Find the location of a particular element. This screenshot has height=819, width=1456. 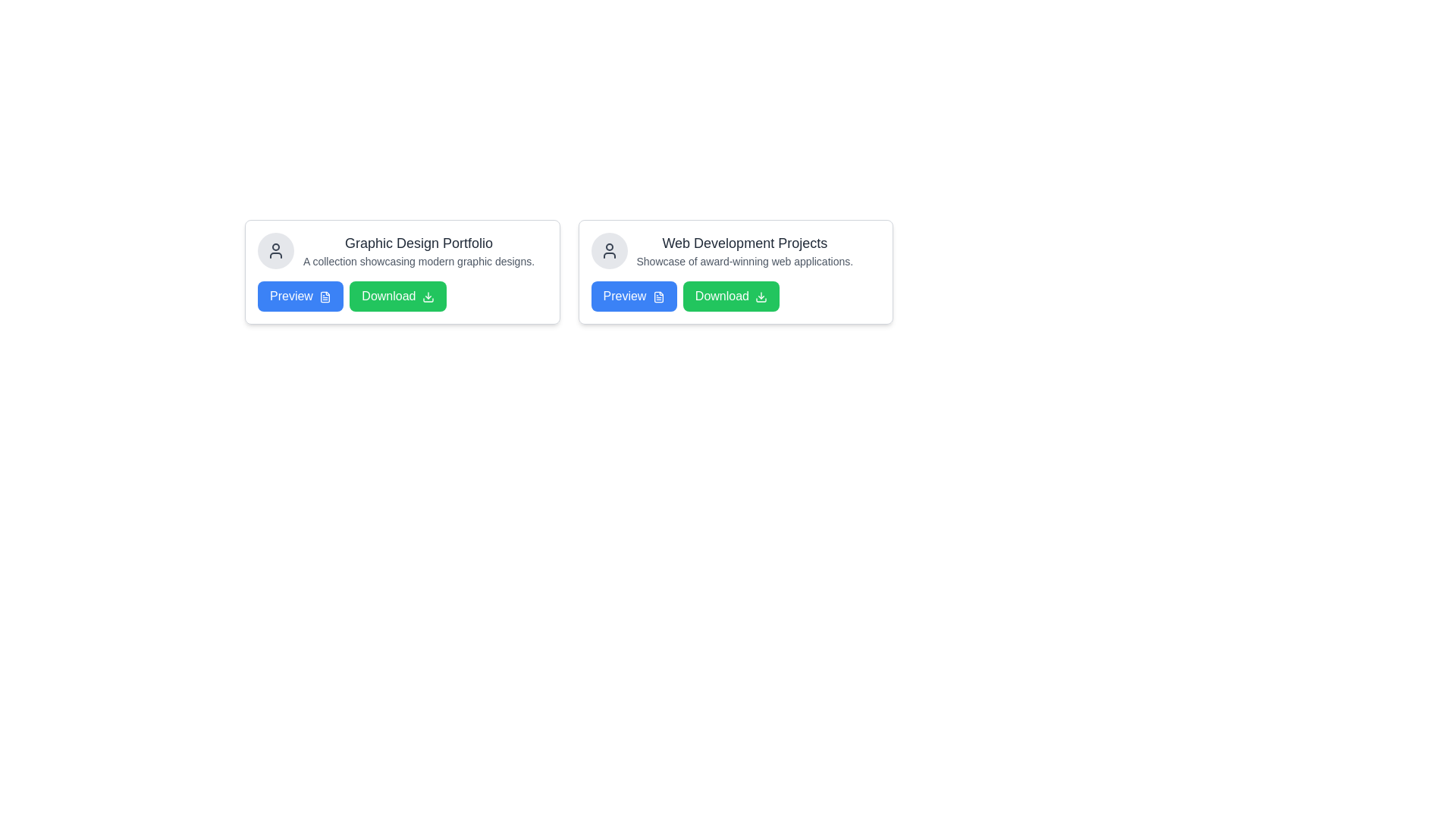

the leftmost button in the first card under the 'Graphic Design Portfolio' section to preview its content is located at coordinates (300, 296).